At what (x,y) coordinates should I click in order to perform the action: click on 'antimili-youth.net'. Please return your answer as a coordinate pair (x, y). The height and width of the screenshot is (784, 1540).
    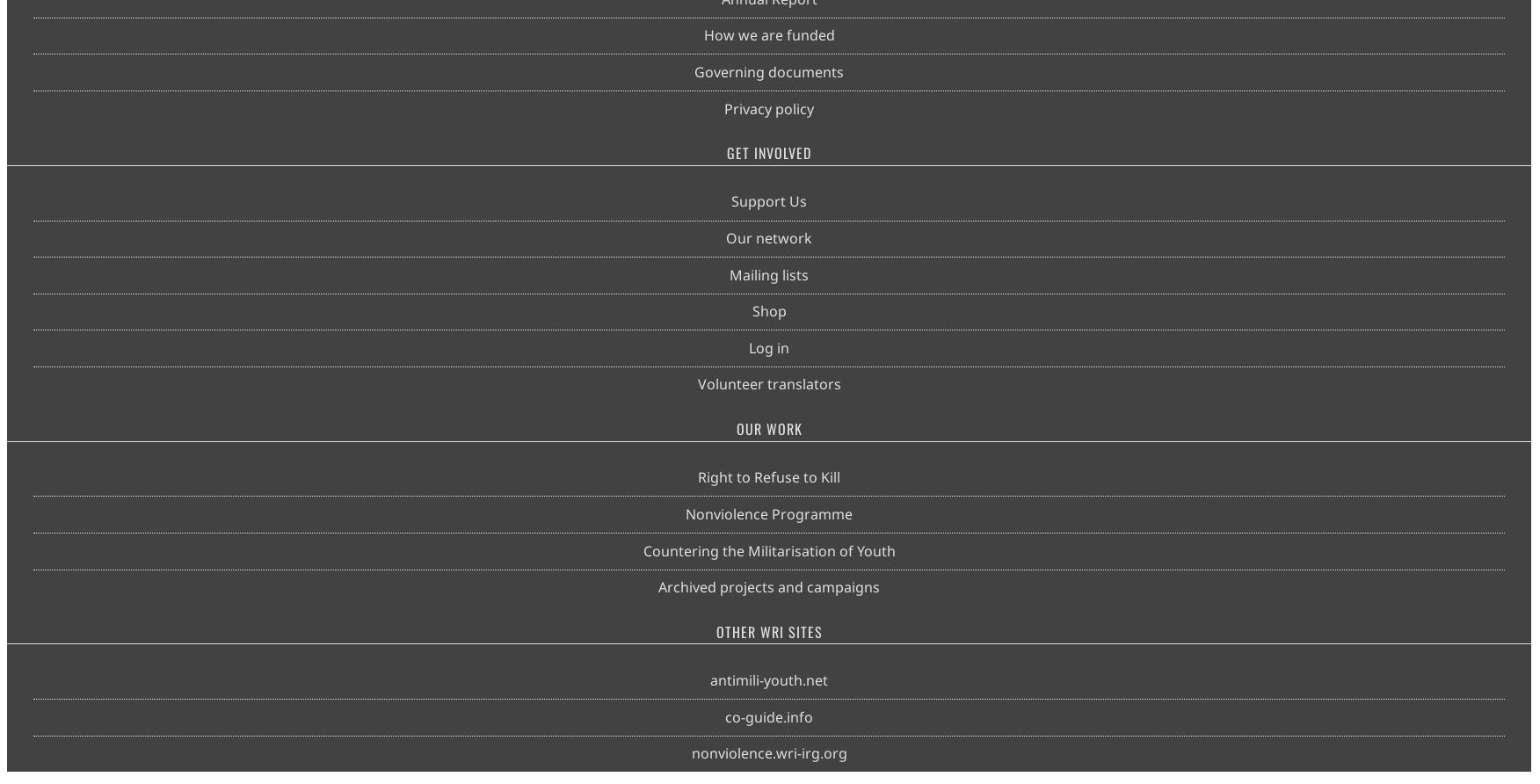
    Looking at the image, I should click on (709, 679).